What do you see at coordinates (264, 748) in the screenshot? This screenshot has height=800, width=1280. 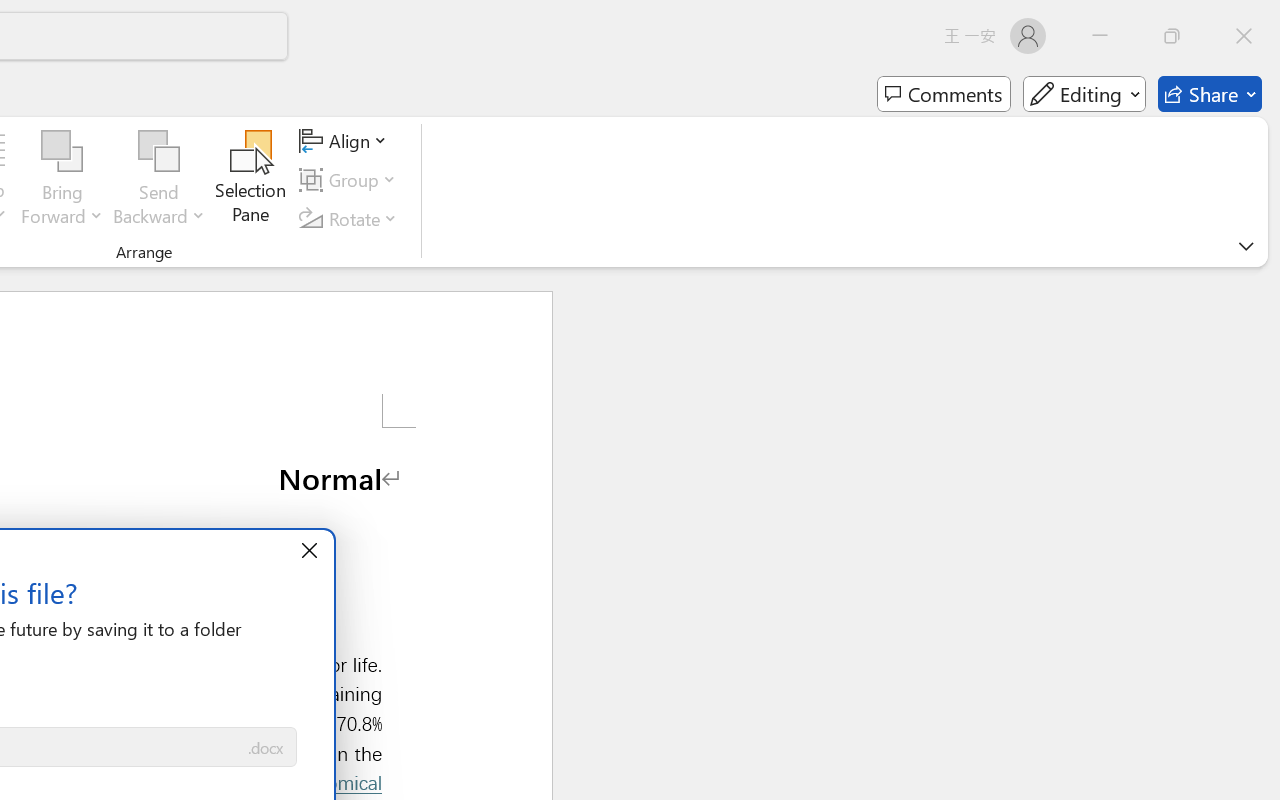 I see `'Save as type'` at bounding box center [264, 748].